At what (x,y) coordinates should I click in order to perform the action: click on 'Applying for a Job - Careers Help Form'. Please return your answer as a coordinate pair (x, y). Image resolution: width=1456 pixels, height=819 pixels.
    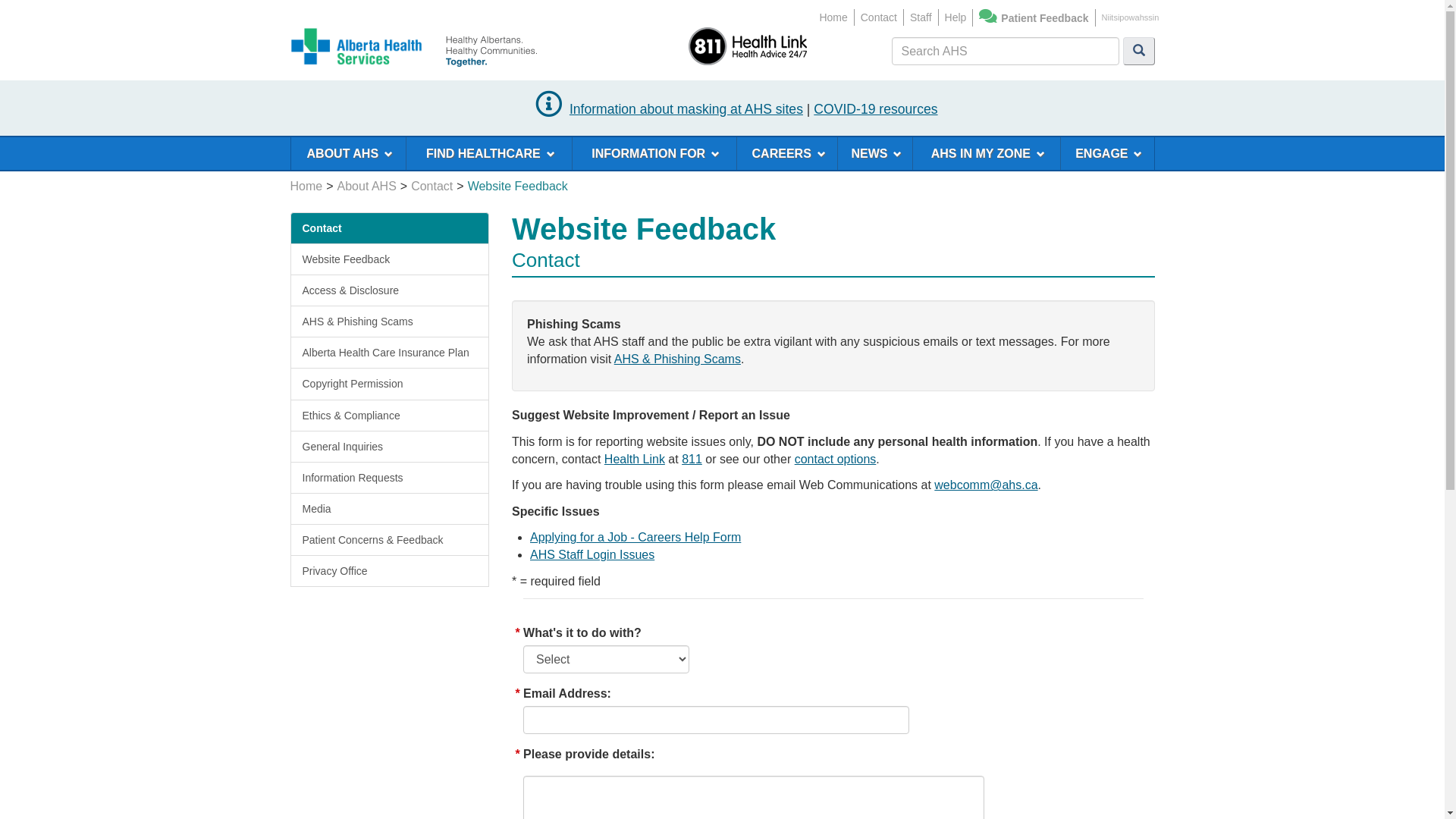
    Looking at the image, I should click on (635, 536).